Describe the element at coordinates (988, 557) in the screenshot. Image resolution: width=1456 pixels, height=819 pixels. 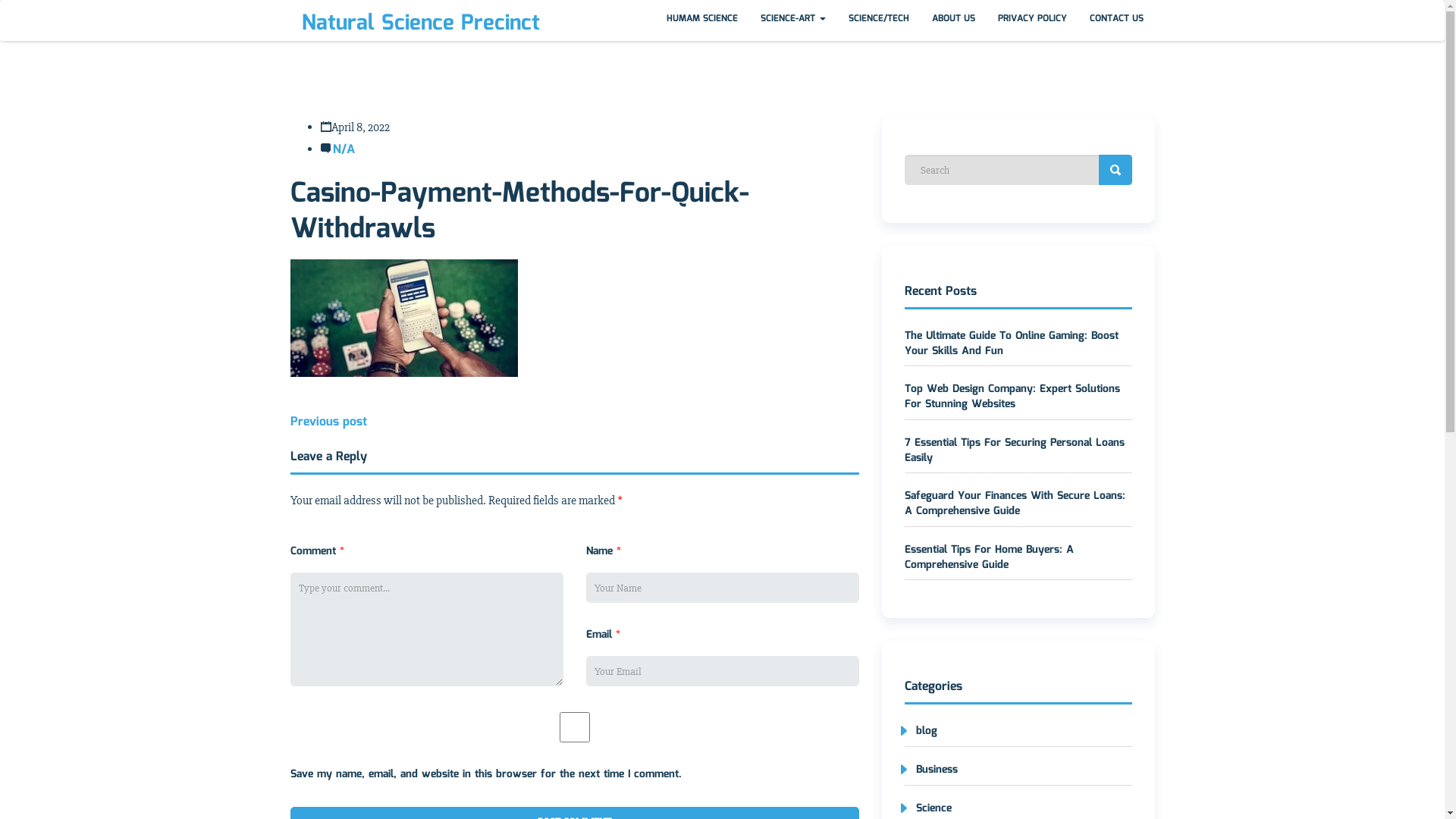
I see `'Essential Tips For Home Buyers: A Comprehensive Guide'` at that location.